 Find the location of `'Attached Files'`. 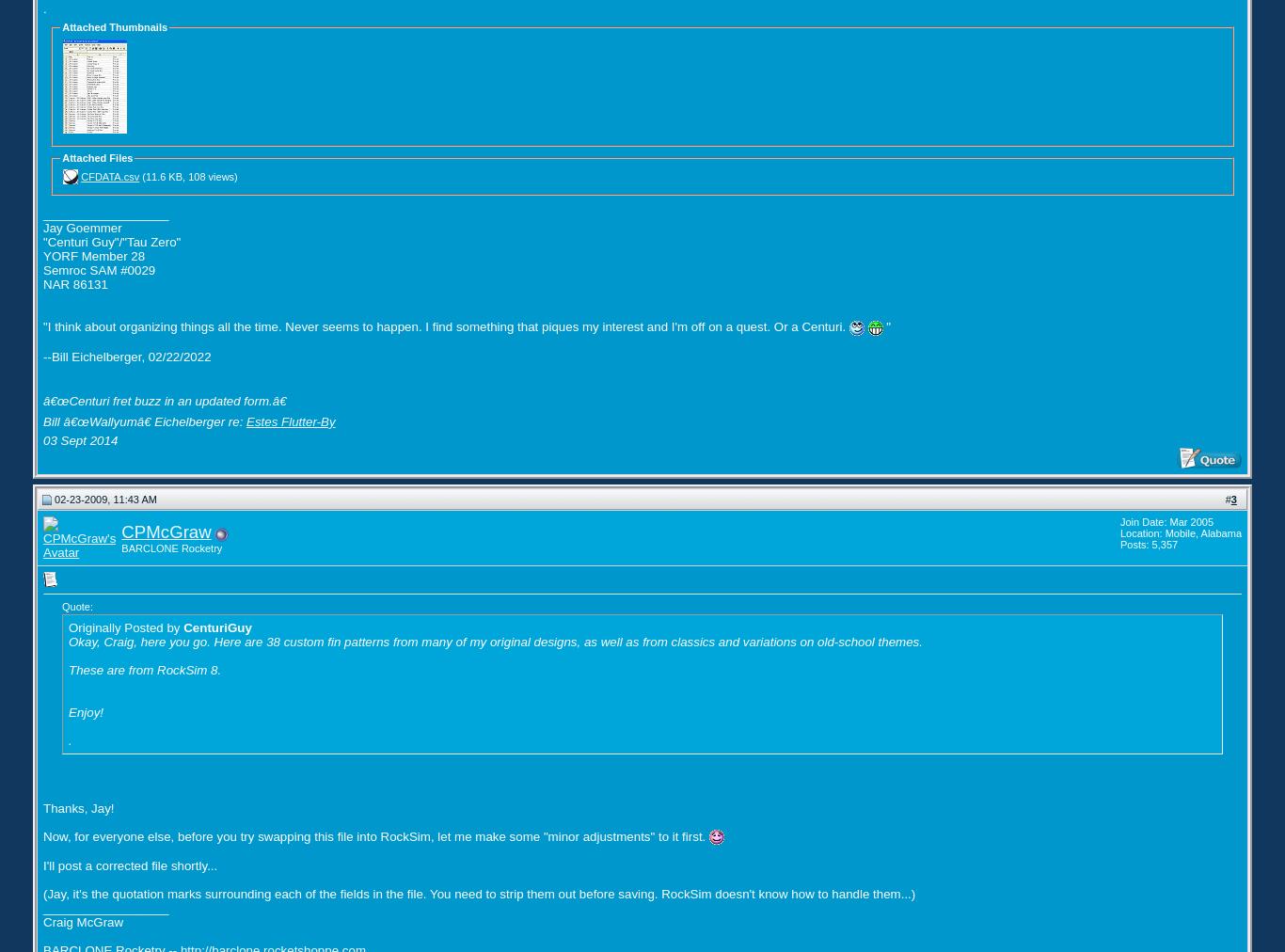

'Attached Files' is located at coordinates (61, 156).